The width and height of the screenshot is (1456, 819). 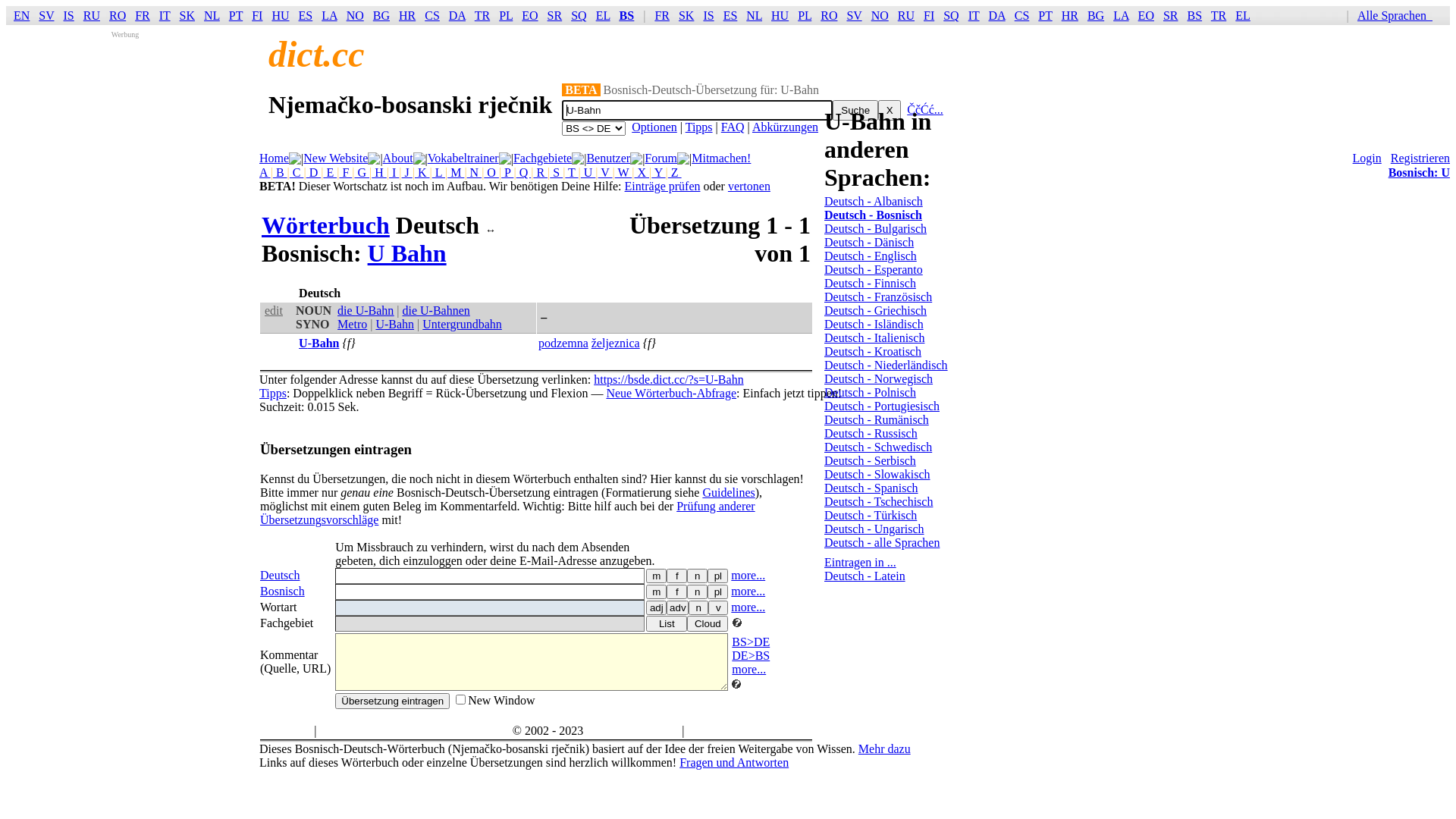 I want to click on 'CS', so click(x=1022, y=15).